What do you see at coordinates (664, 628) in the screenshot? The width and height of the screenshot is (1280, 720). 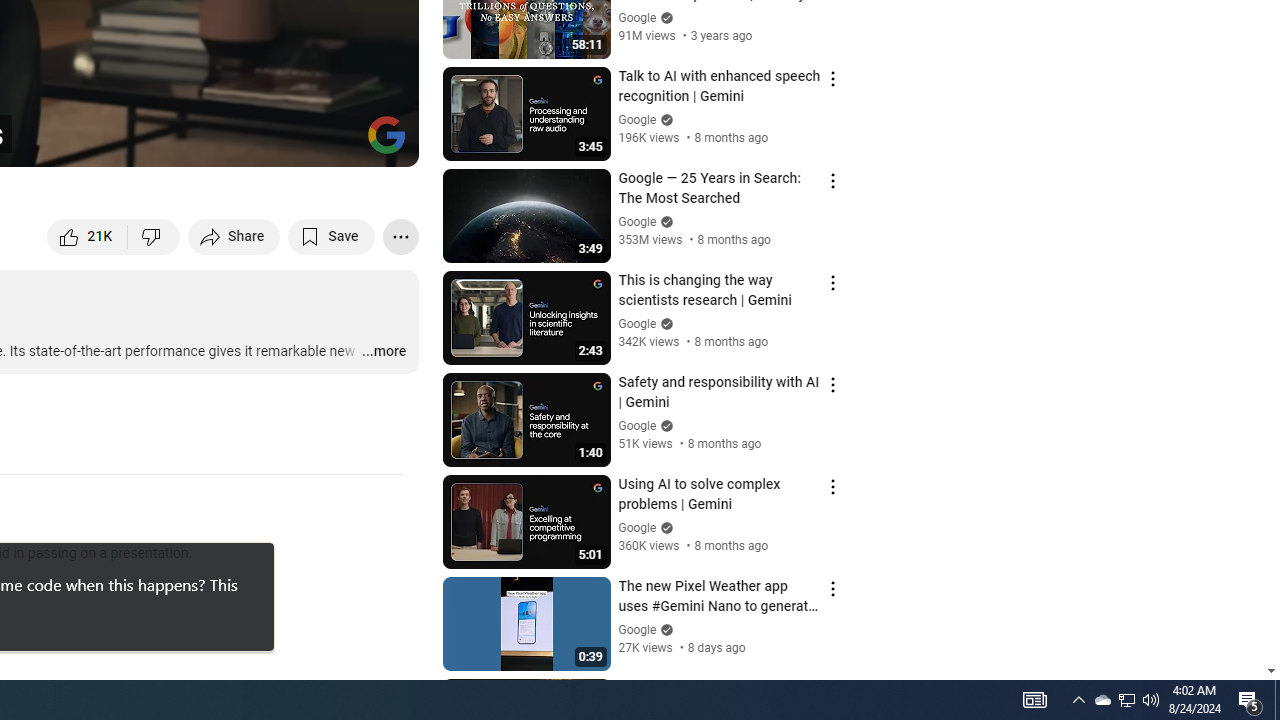 I see `'Verified'` at bounding box center [664, 628].